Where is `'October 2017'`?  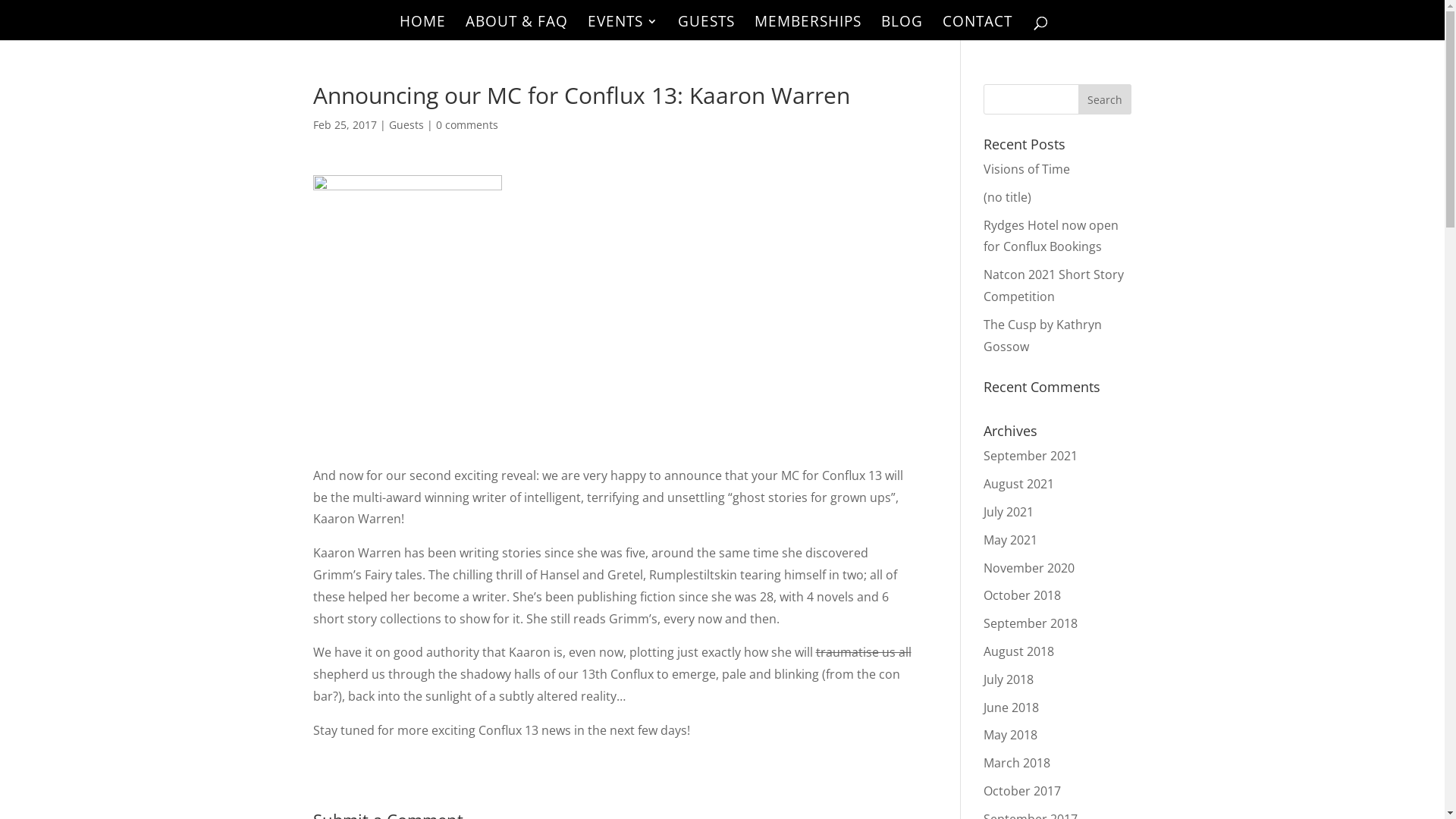
'October 2017' is located at coordinates (983, 789).